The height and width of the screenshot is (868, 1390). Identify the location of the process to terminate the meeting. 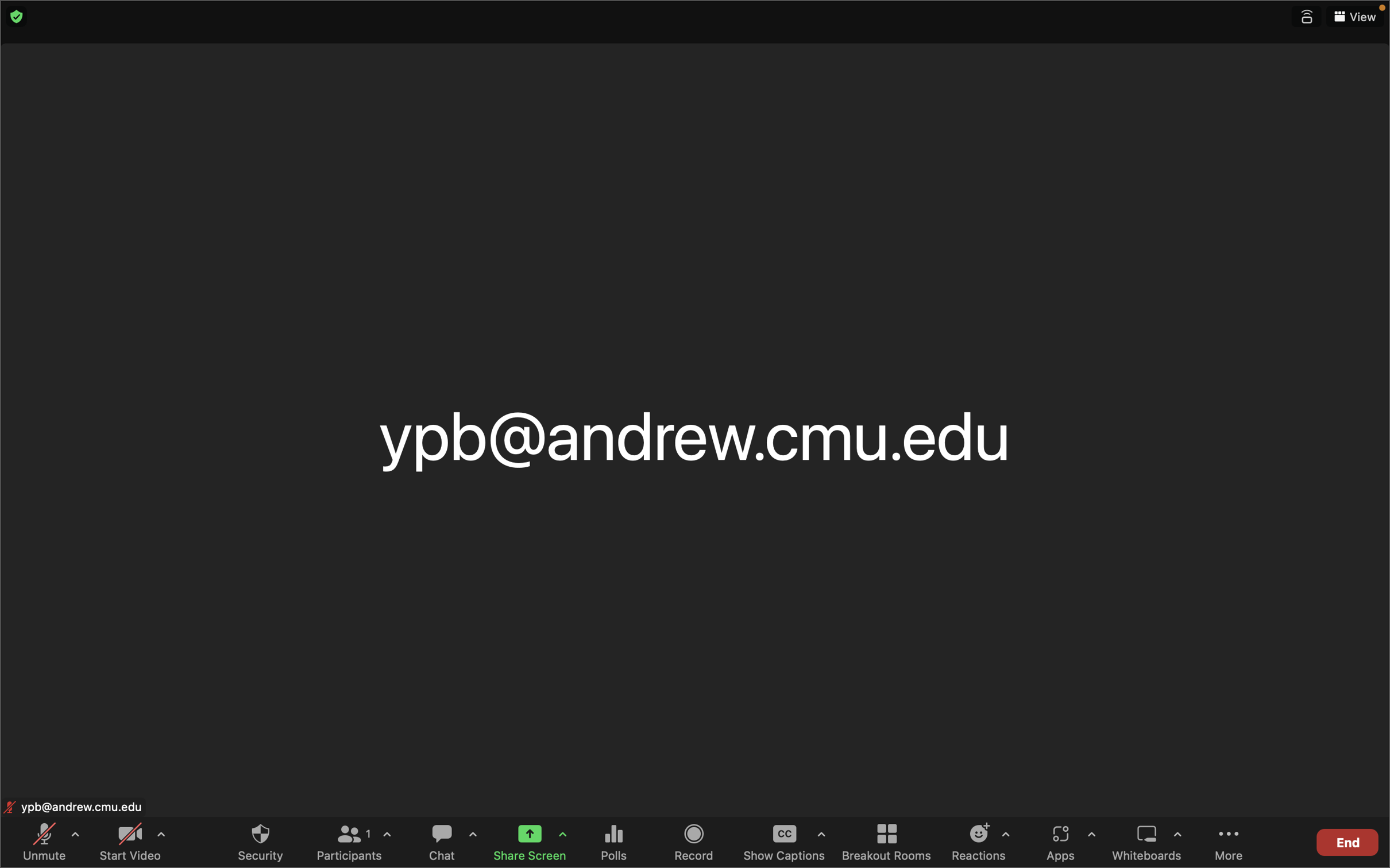
(1346, 840).